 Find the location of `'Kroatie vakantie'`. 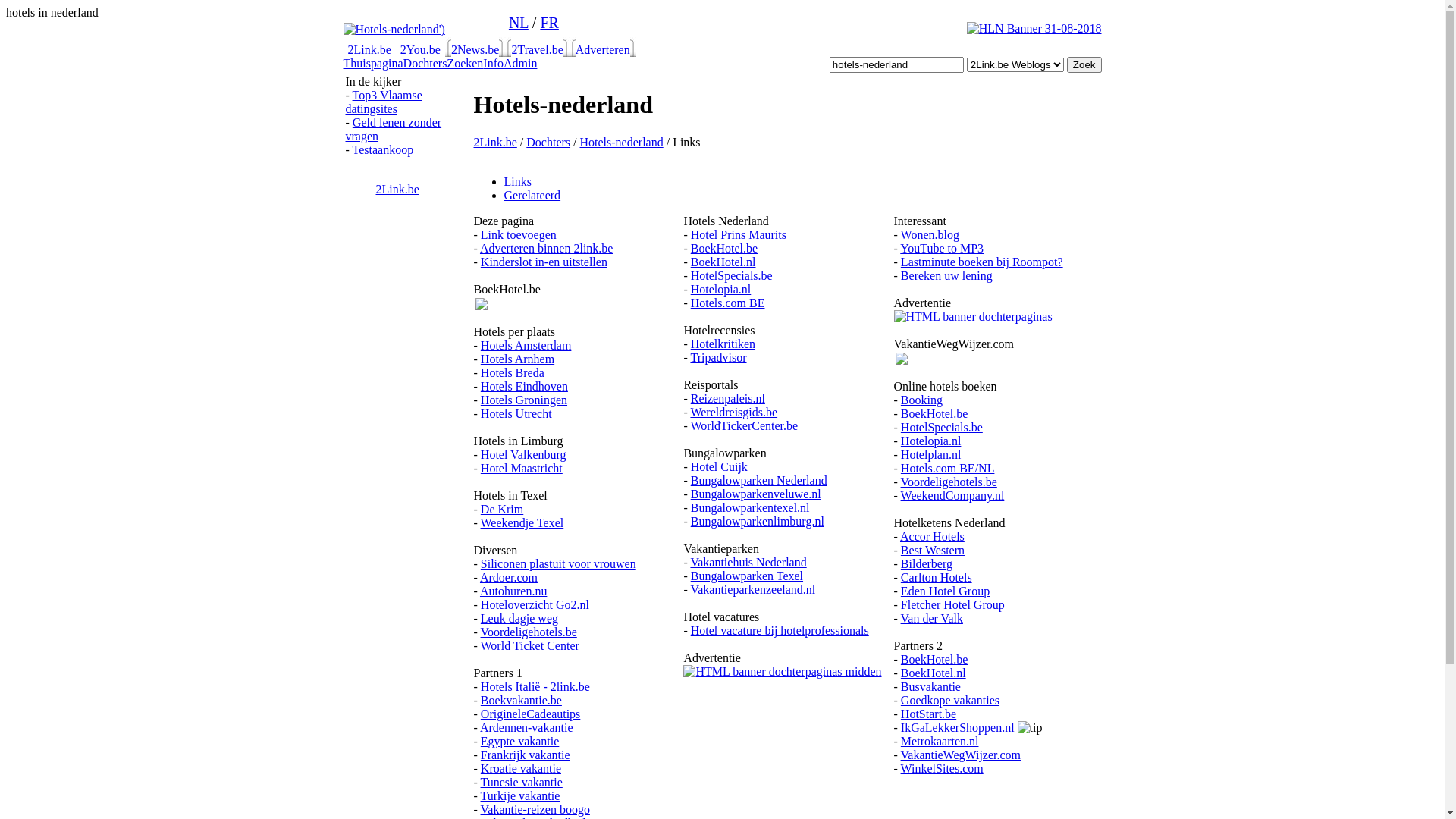

'Kroatie vakantie' is located at coordinates (520, 768).